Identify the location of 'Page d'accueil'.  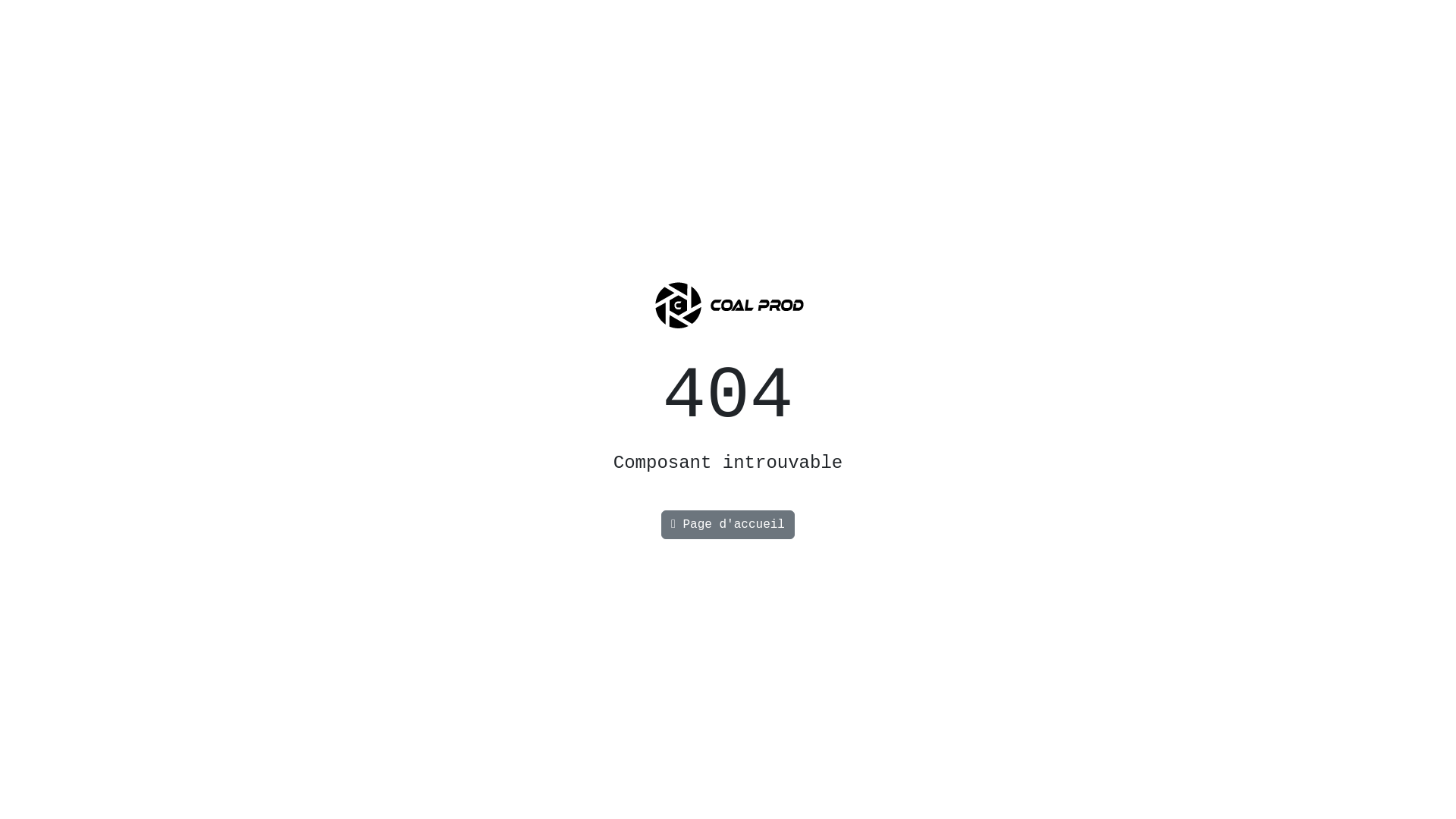
(728, 523).